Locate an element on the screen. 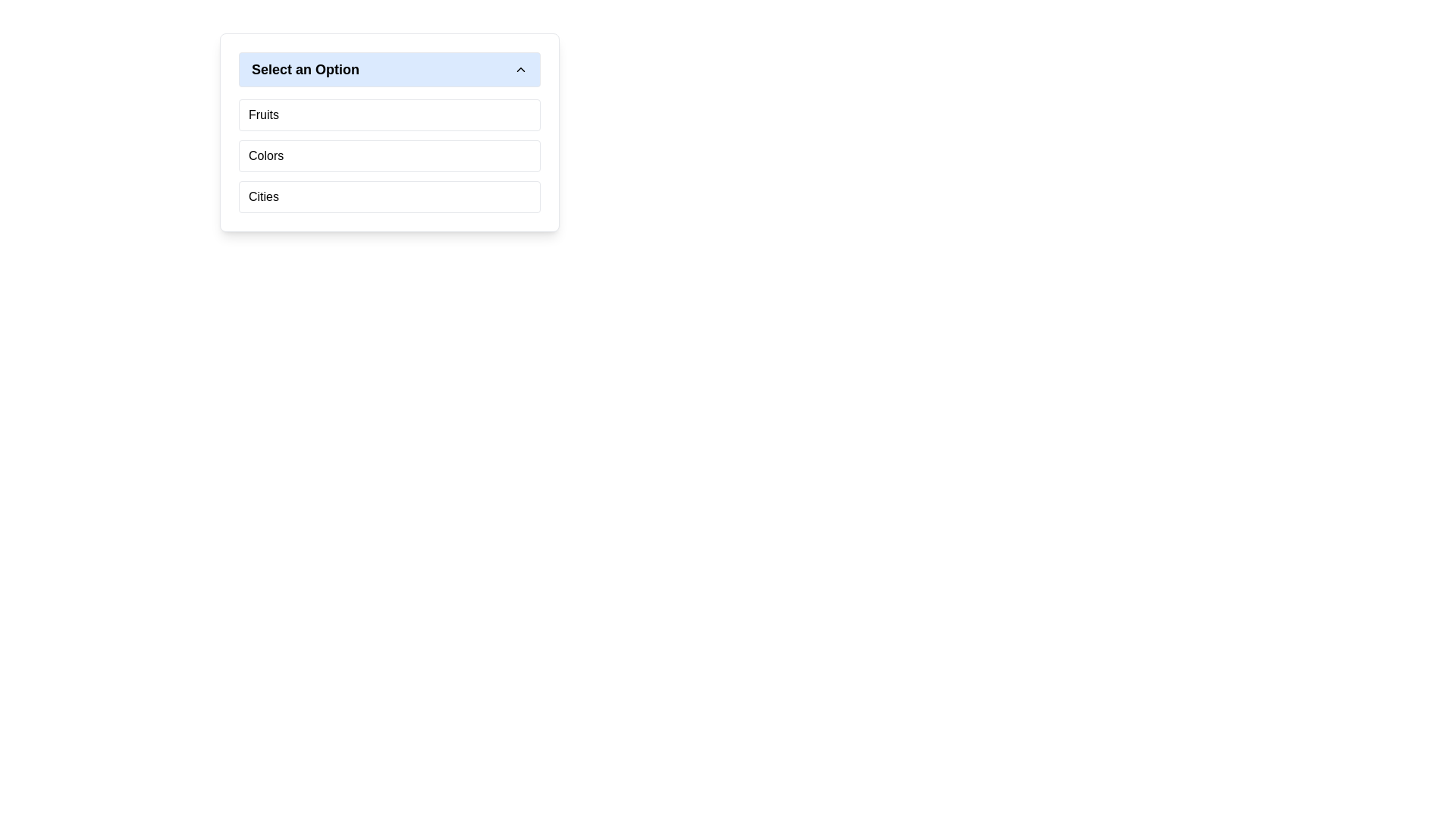 This screenshot has width=1456, height=819. the Dropdown toggle located at the top of the white card with rounded edges is located at coordinates (389, 70).